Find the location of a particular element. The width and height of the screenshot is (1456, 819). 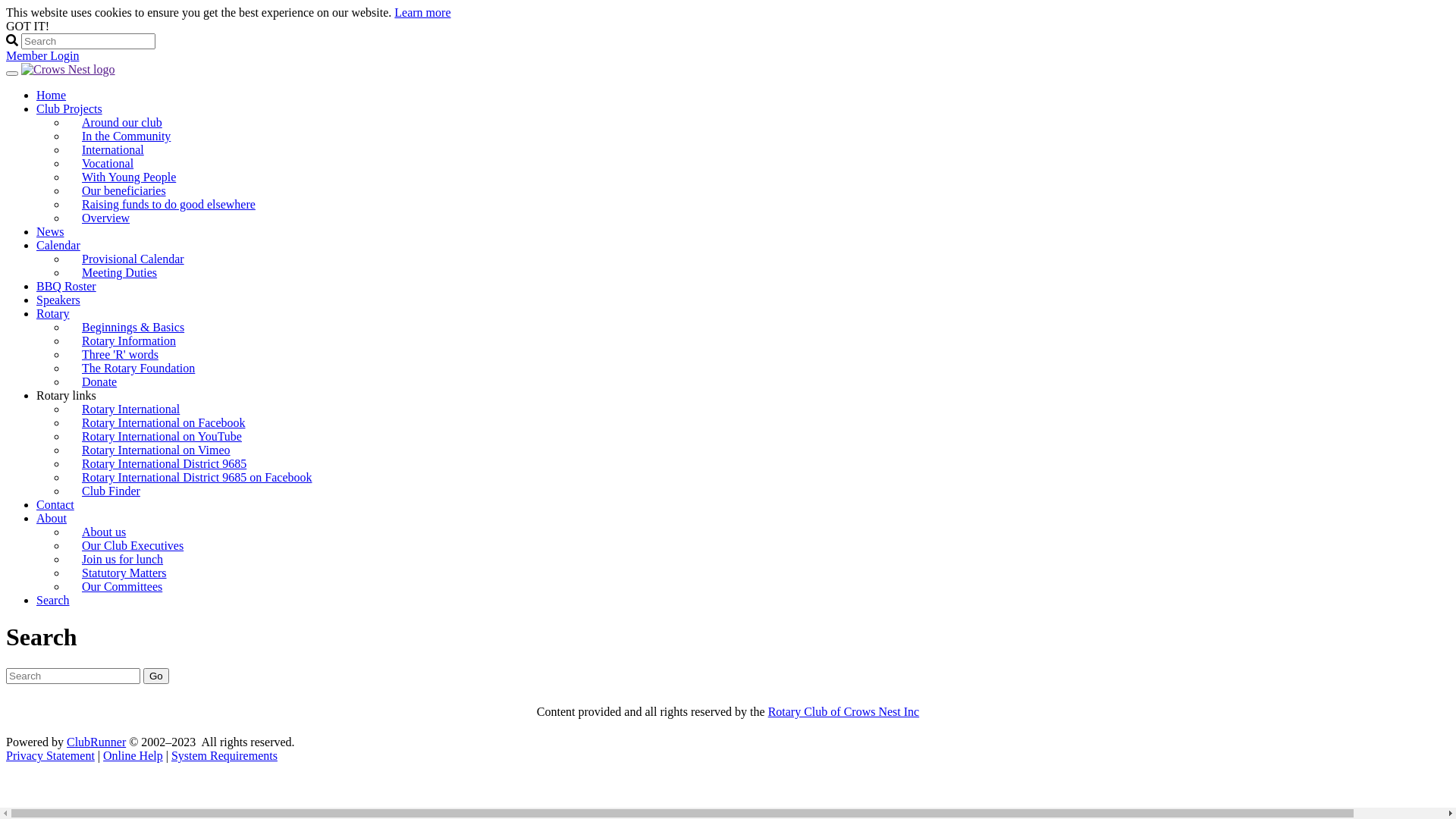

'Calendar' is located at coordinates (36, 244).